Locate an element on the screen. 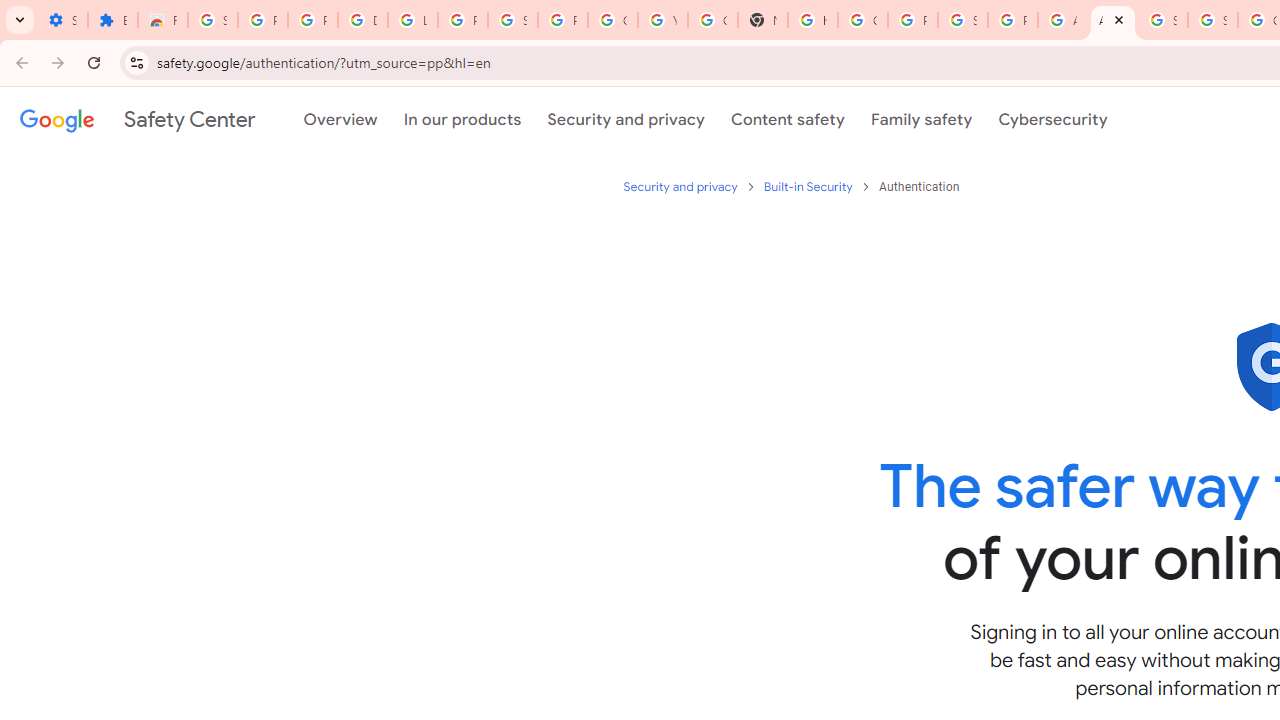  'Safety Center' is located at coordinates (136, 119).